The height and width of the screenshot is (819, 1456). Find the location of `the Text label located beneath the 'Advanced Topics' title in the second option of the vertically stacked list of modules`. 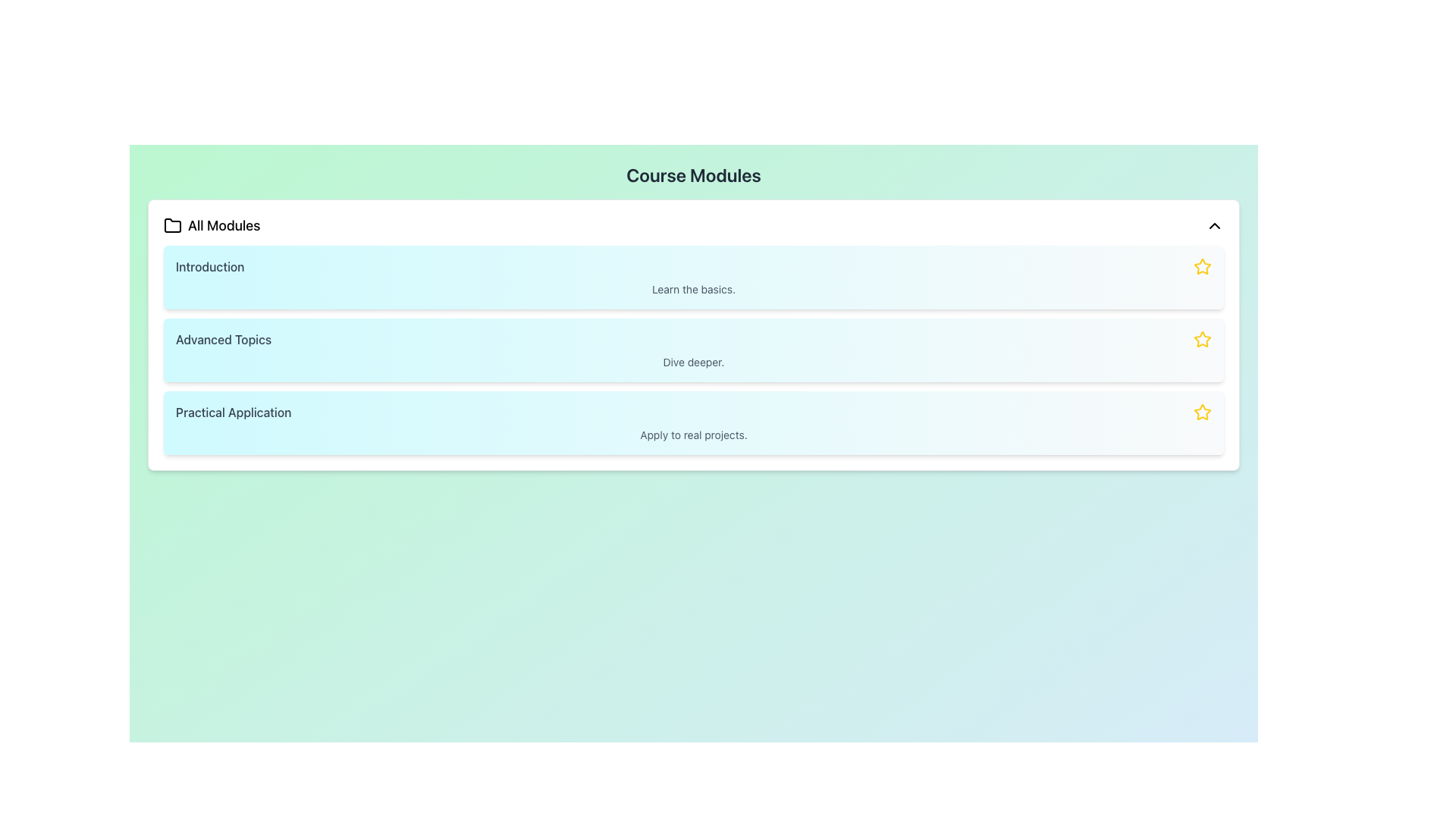

the Text label located beneath the 'Advanced Topics' title in the second option of the vertically stacked list of modules is located at coordinates (693, 362).